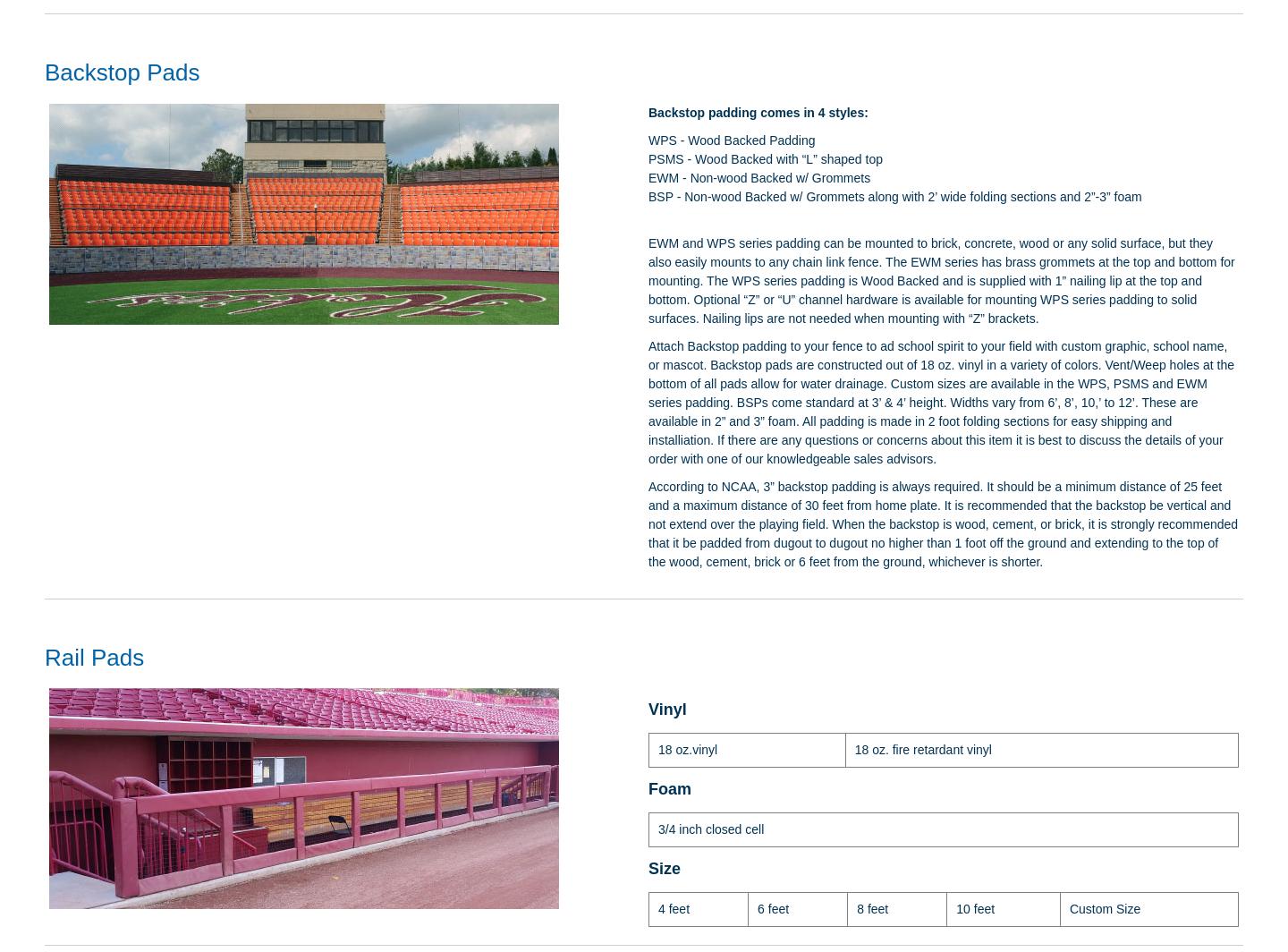 The height and width of the screenshot is (952, 1288). Describe the element at coordinates (732, 139) in the screenshot. I see `'WPS - Wood Backed Padding'` at that location.